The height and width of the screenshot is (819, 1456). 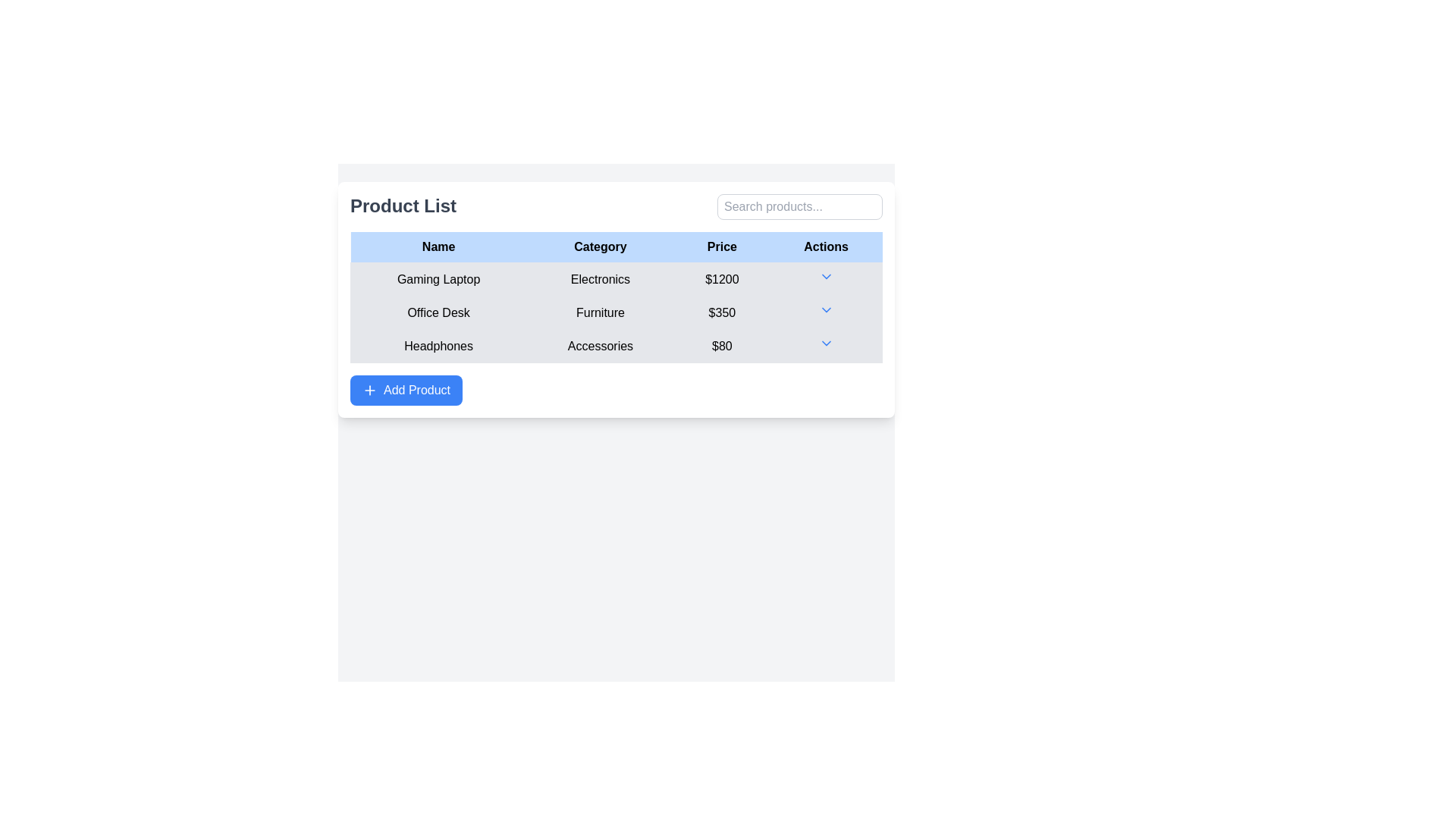 What do you see at coordinates (616, 346) in the screenshot?
I see `the third row in the product table for further actions like editing or deleting` at bounding box center [616, 346].